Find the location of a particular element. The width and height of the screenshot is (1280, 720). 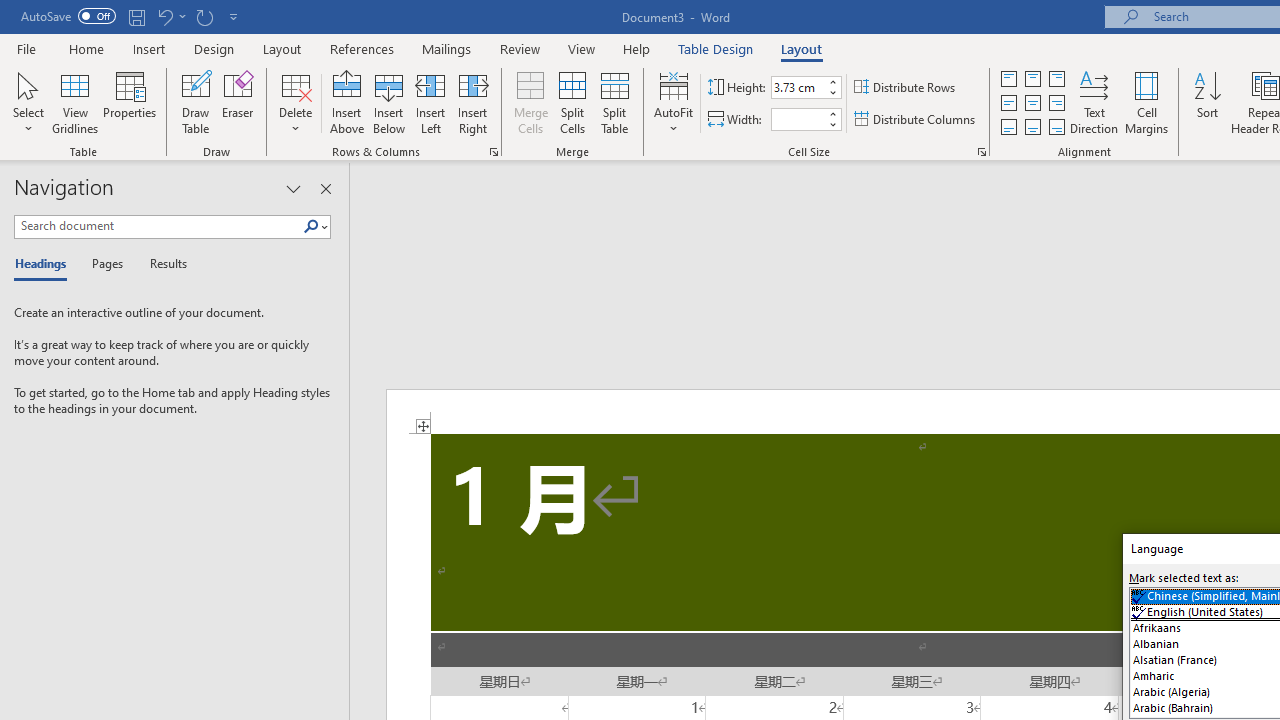

'Table Column Width' is located at coordinates (797, 119).